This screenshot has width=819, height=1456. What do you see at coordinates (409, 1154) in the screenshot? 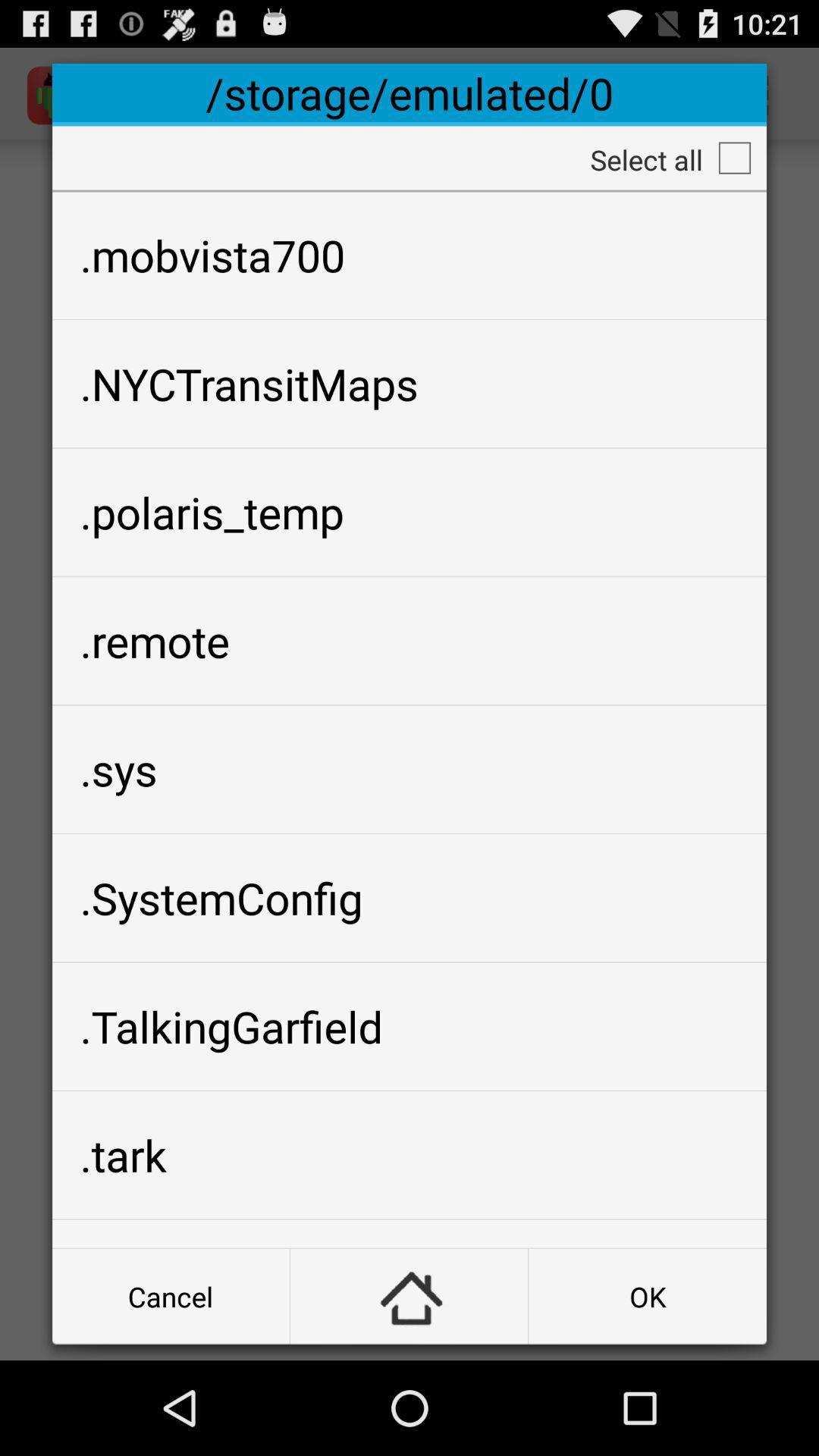
I see `icon below the .talkinggarfield icon` at bounding box center [409, 1154].